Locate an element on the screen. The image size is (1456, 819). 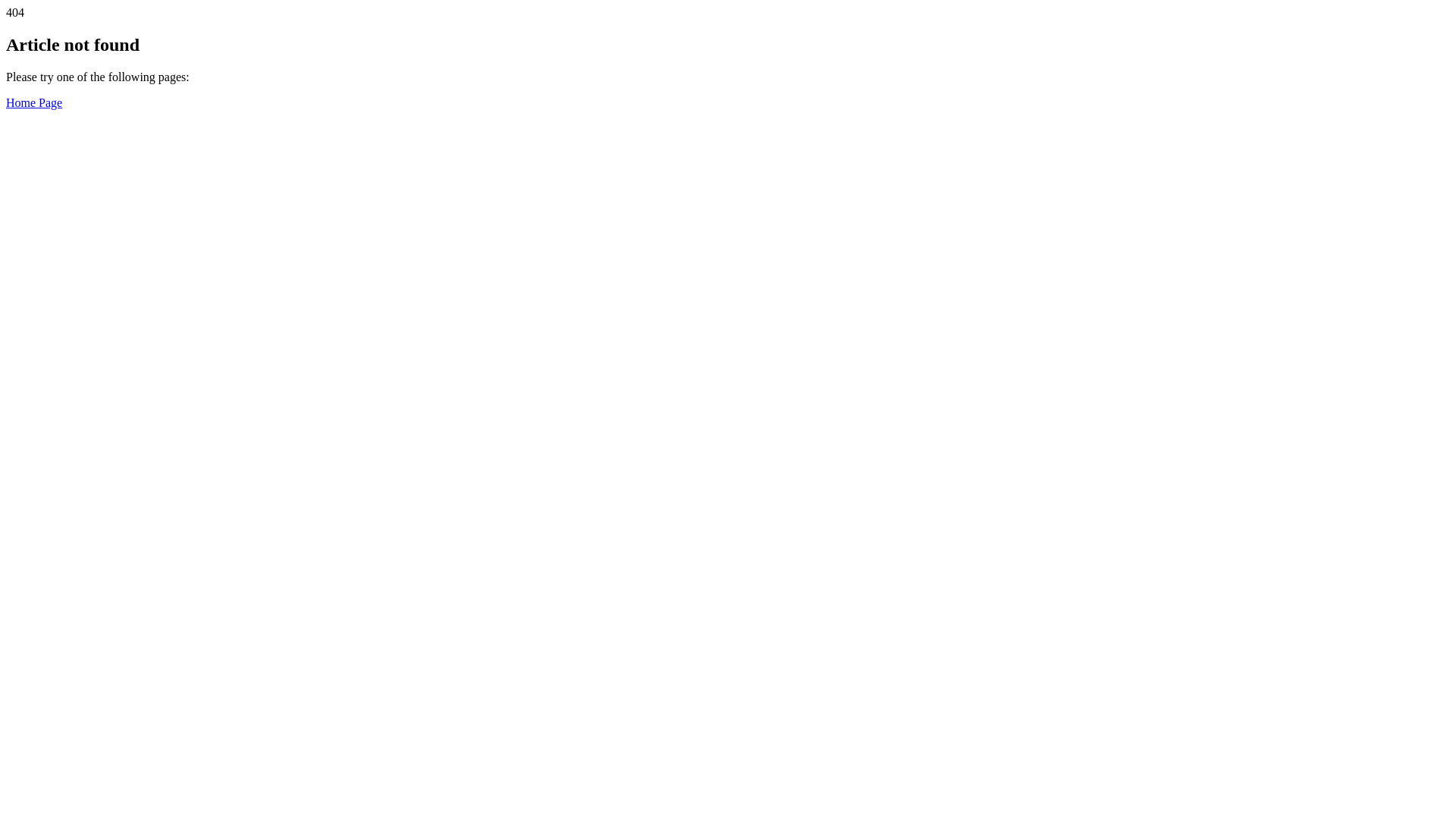
'Home Page' is located at coordinates (6, 102).